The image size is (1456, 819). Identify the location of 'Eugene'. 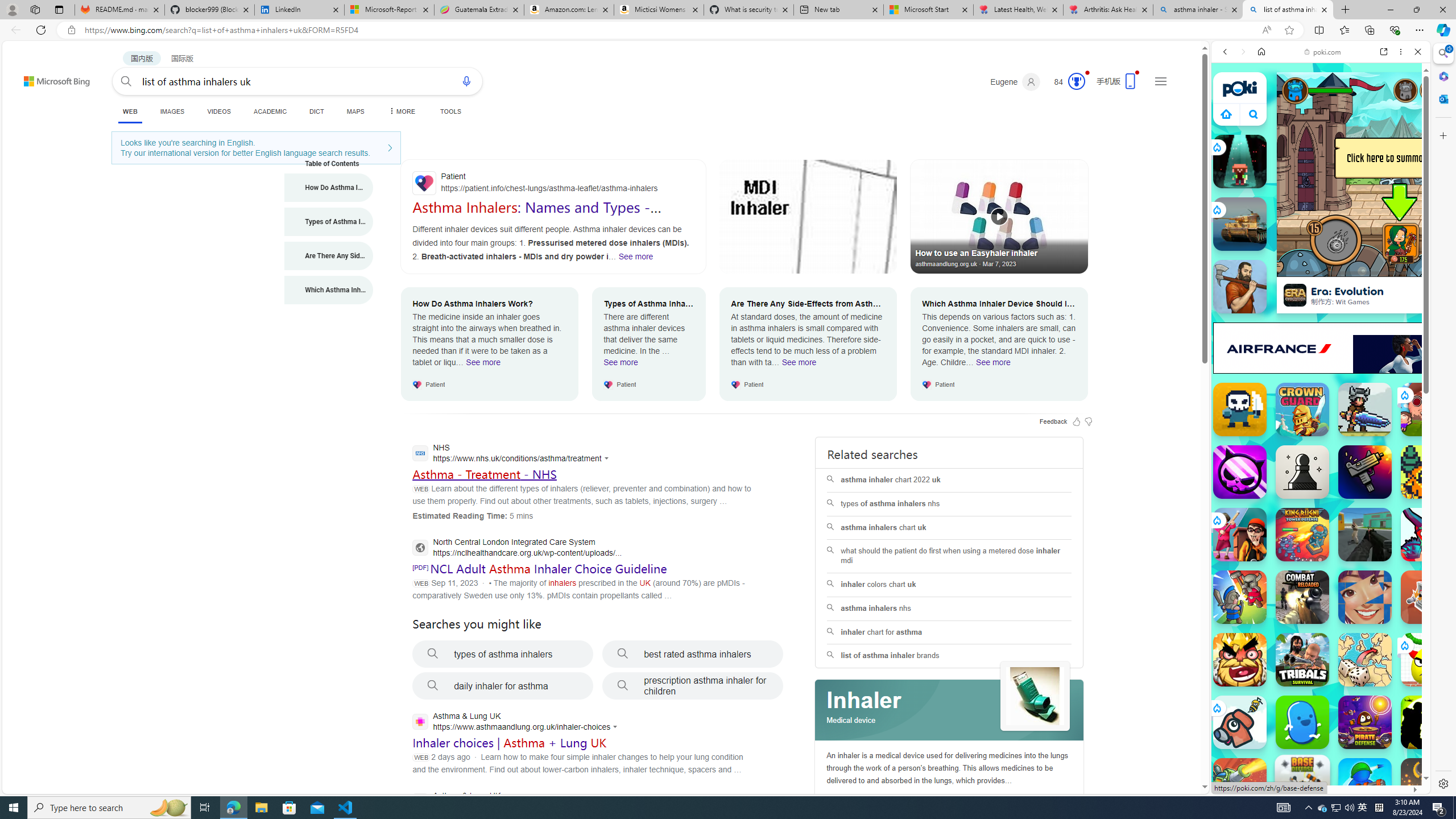
(1015, 81).